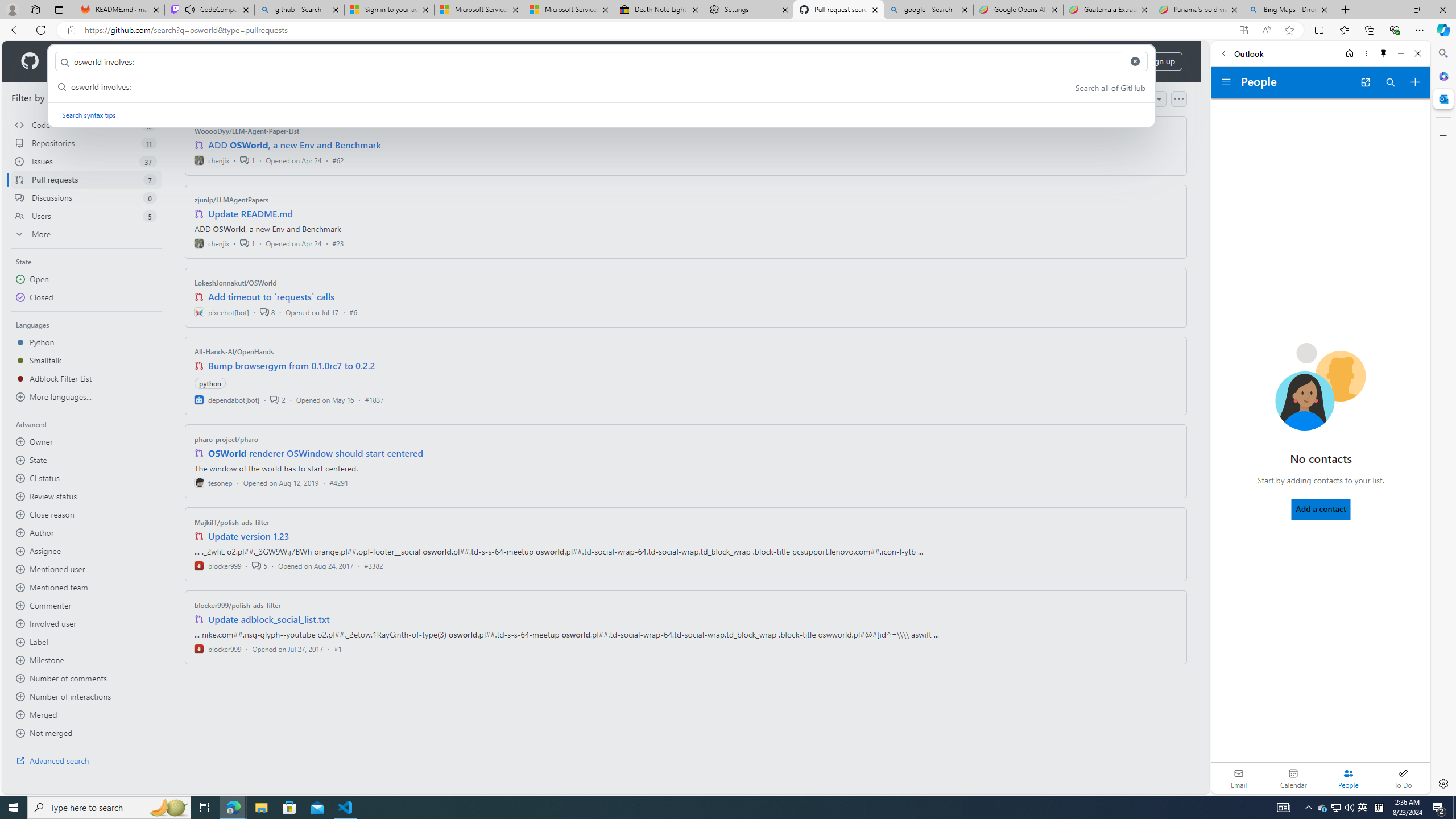 The width and height of the screenshot is (1456, 819). Describe the element at coordinates (234, 350) in the screenshot. I see `'All-Hands-AI/OpenHands'` at that location.